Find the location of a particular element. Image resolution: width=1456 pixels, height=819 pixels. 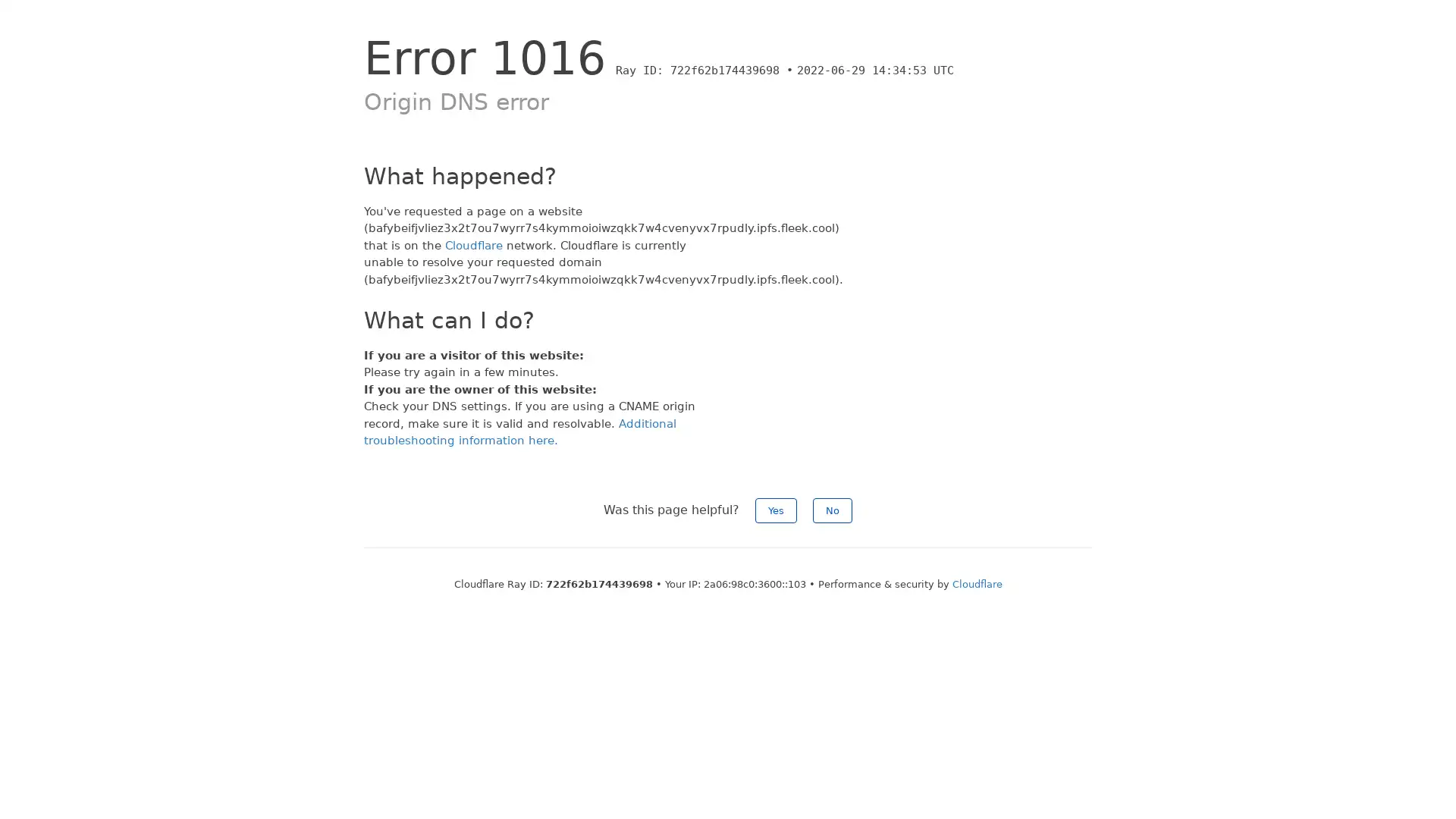

No is located at coordinates (832, 510).